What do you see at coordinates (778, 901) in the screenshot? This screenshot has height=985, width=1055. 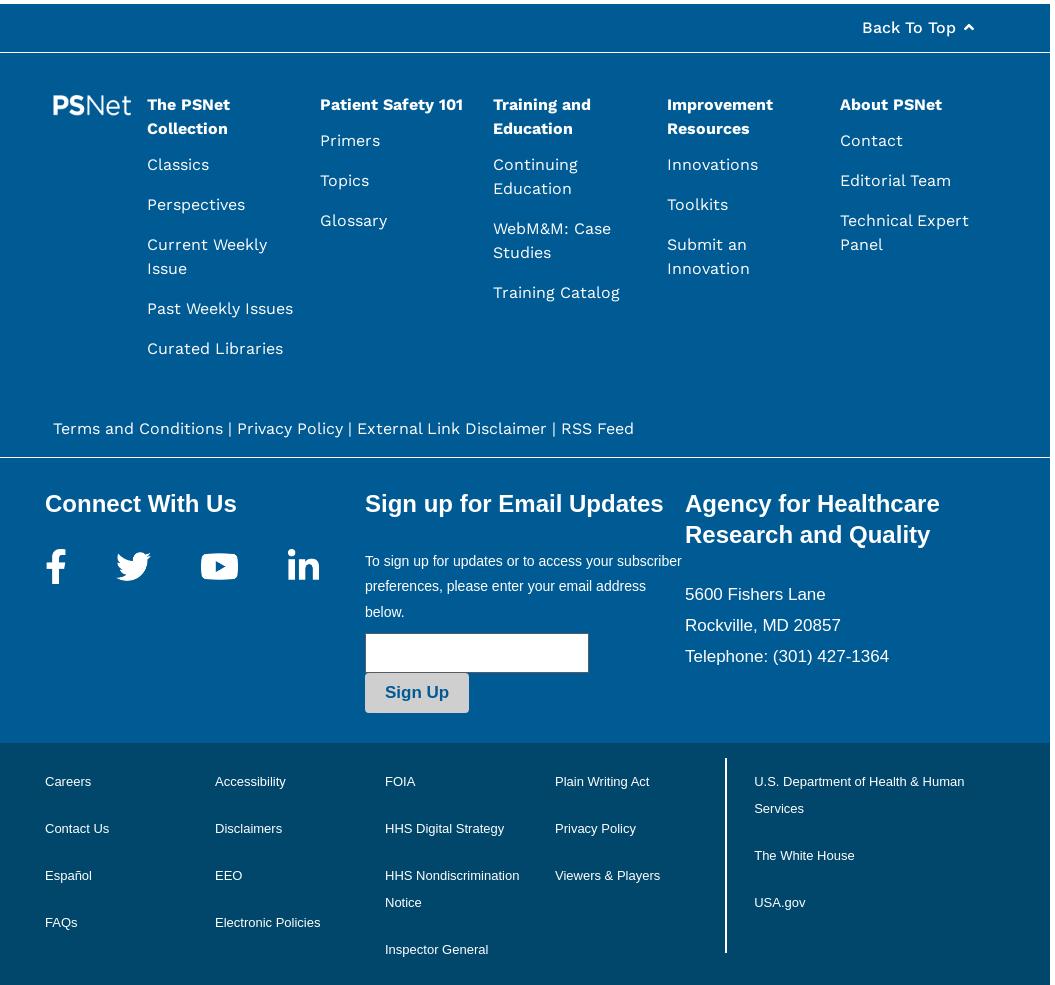 I see `'USA.gov'` at bounding box center [778, 901].